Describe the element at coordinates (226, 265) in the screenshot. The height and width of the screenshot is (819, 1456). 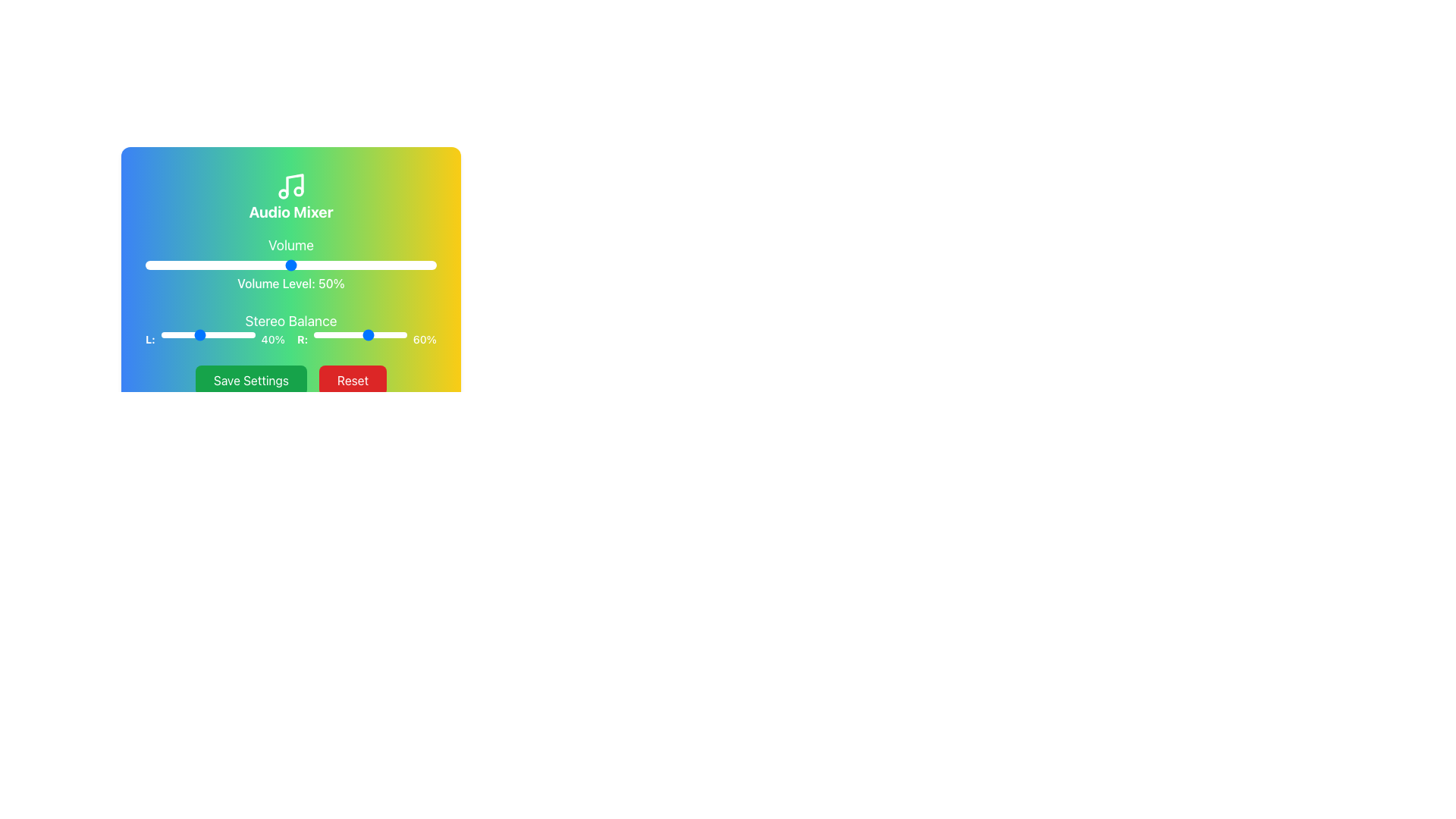
I see `the volume` at that location.